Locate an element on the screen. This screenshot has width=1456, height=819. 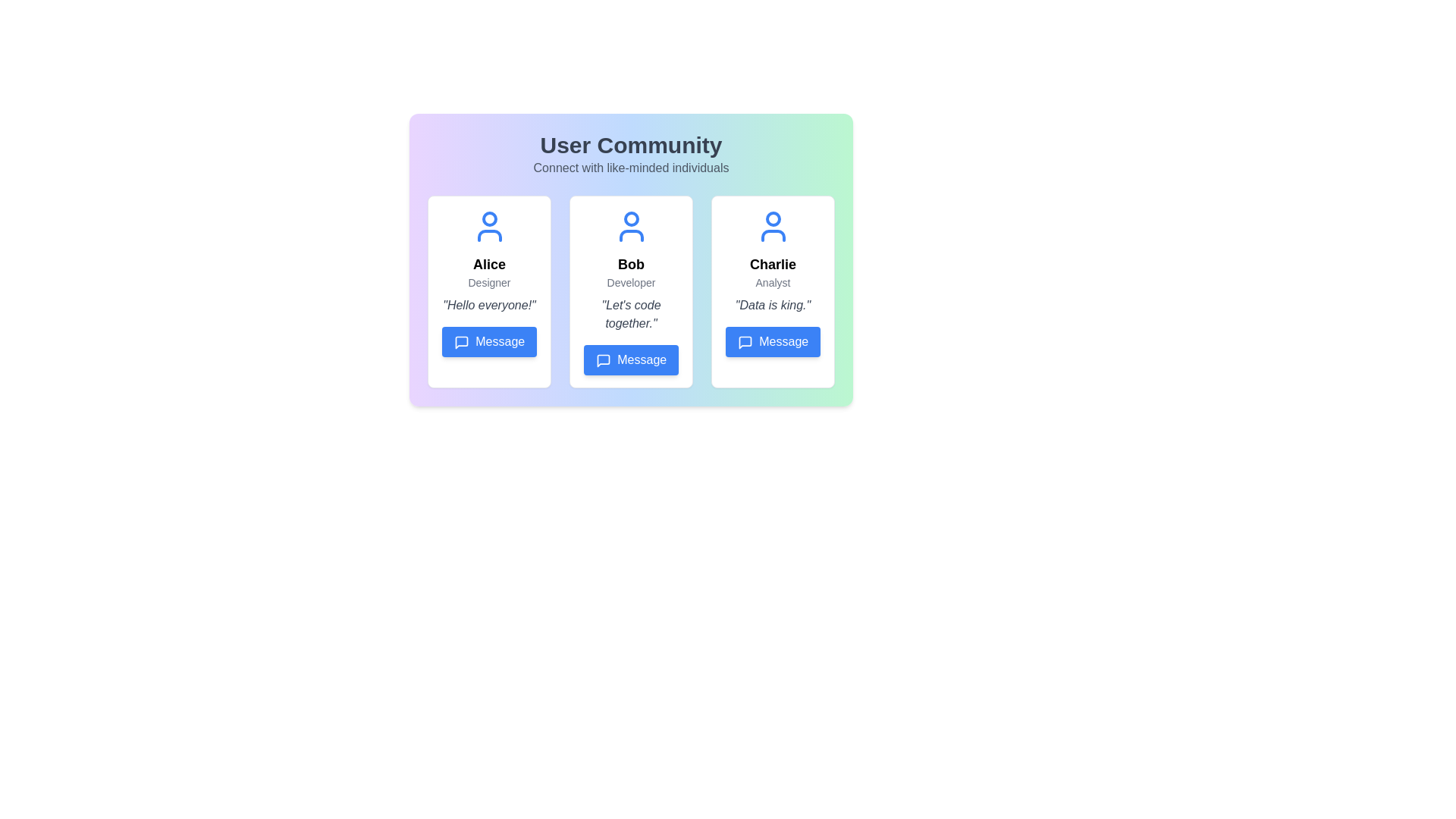
bold, large-sized gray text 'User Community' prominently displayed at the top of the interface is located at coordinates (631, 146).